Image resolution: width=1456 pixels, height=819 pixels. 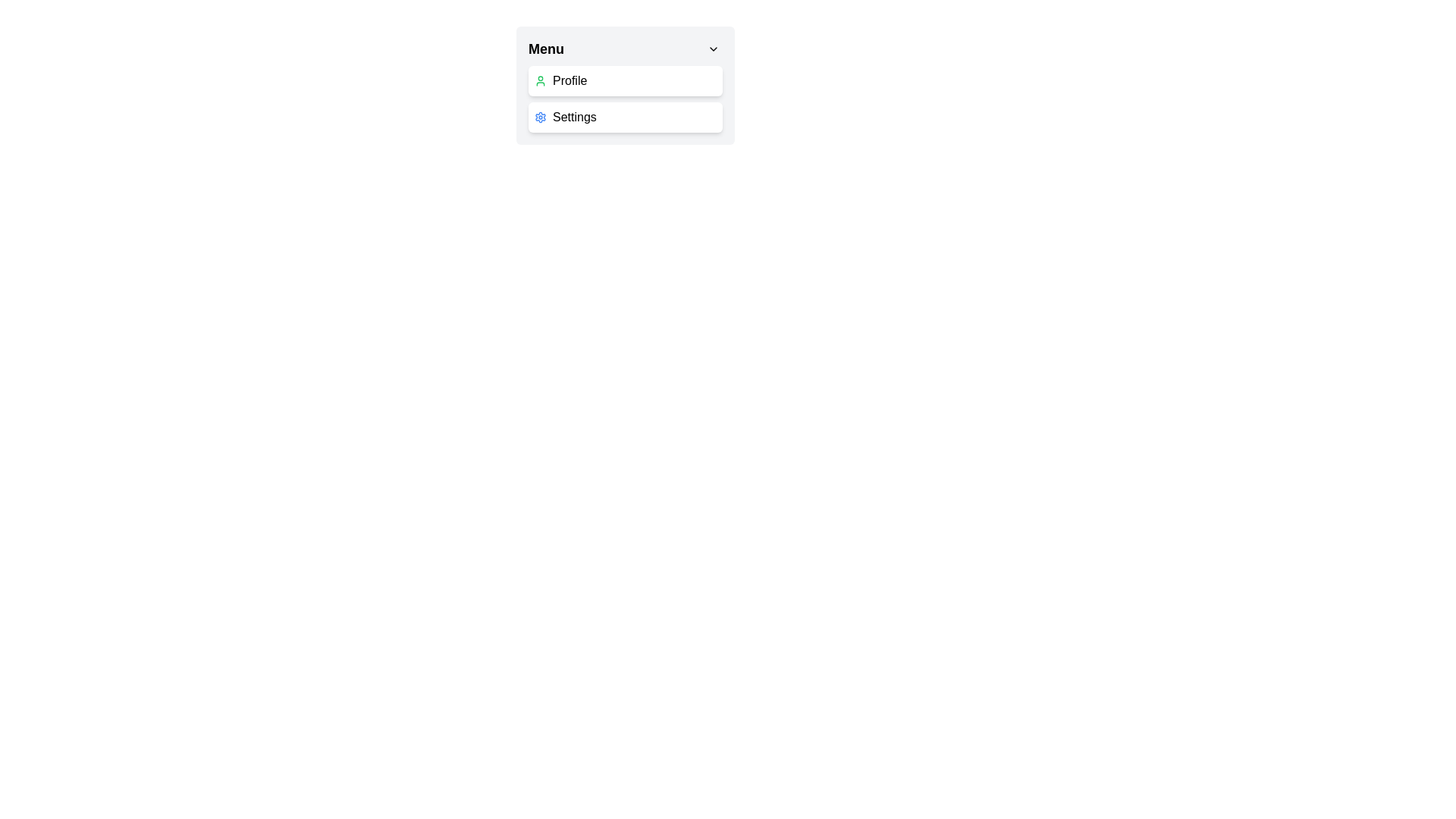 I want to click on the small interactive button with a downward-pointing chevron icon, so click(x=712, y=49).